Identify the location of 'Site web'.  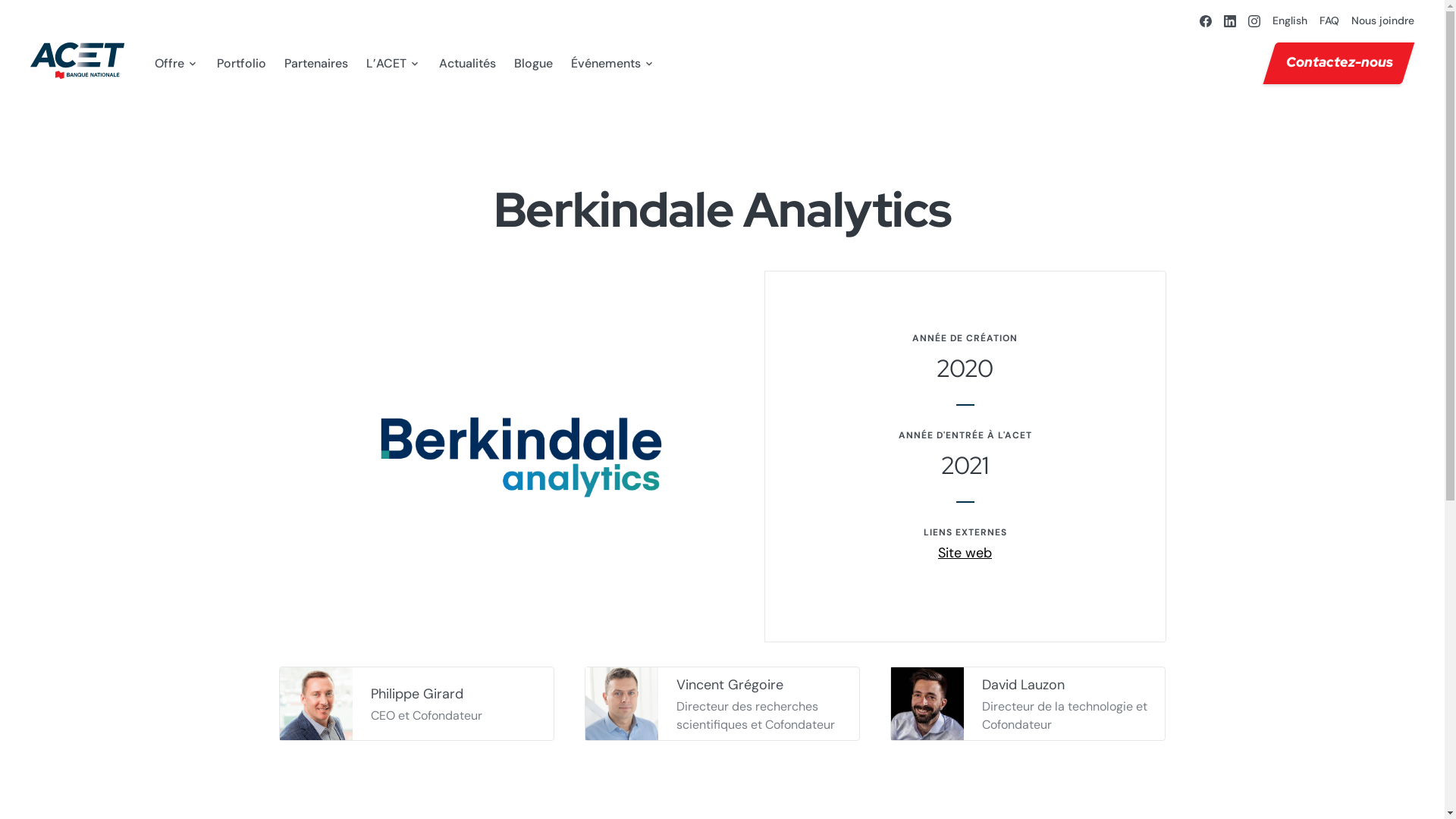
(964, 553).